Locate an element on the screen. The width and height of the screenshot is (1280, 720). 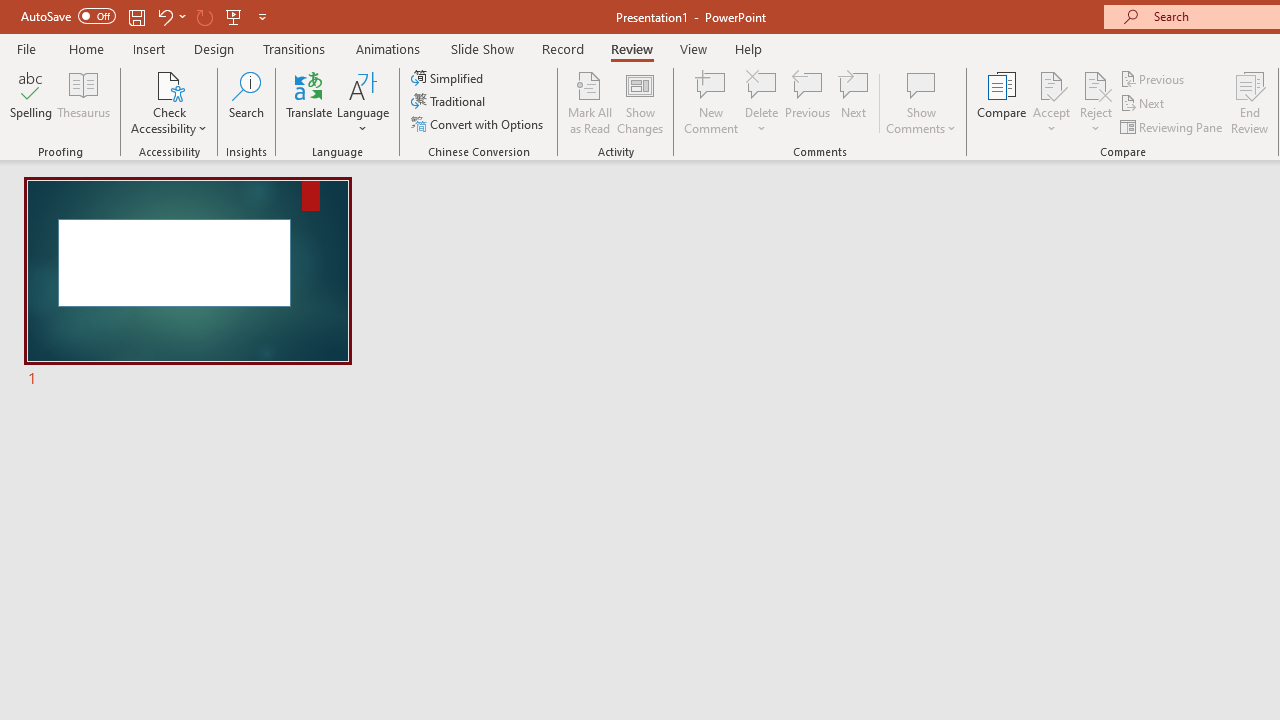
'Convert with Options...' is located at coordinates (478, 124).